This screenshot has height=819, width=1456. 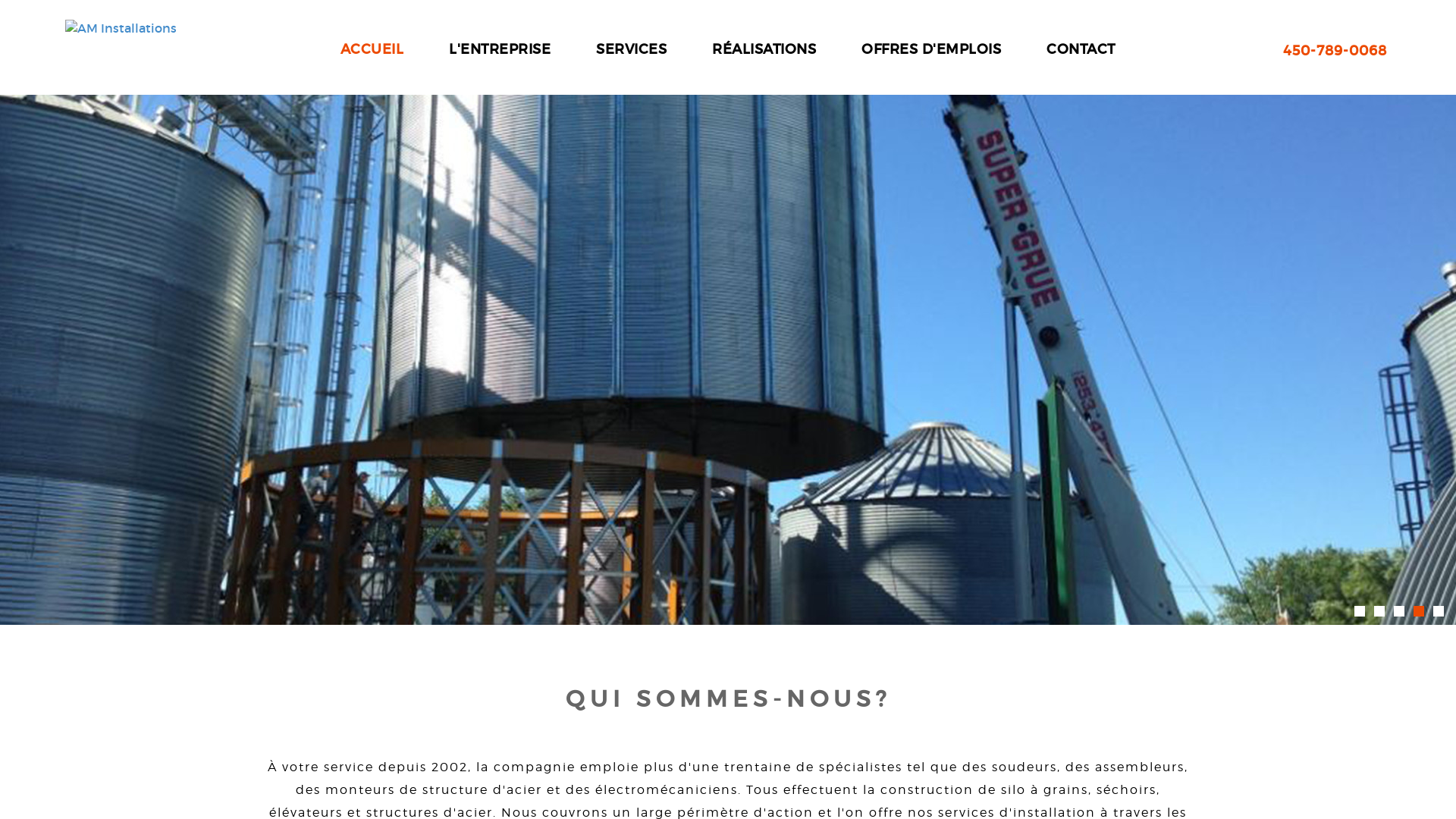 I want to click on 'ACCUEIL', so click(x=340, y=49).